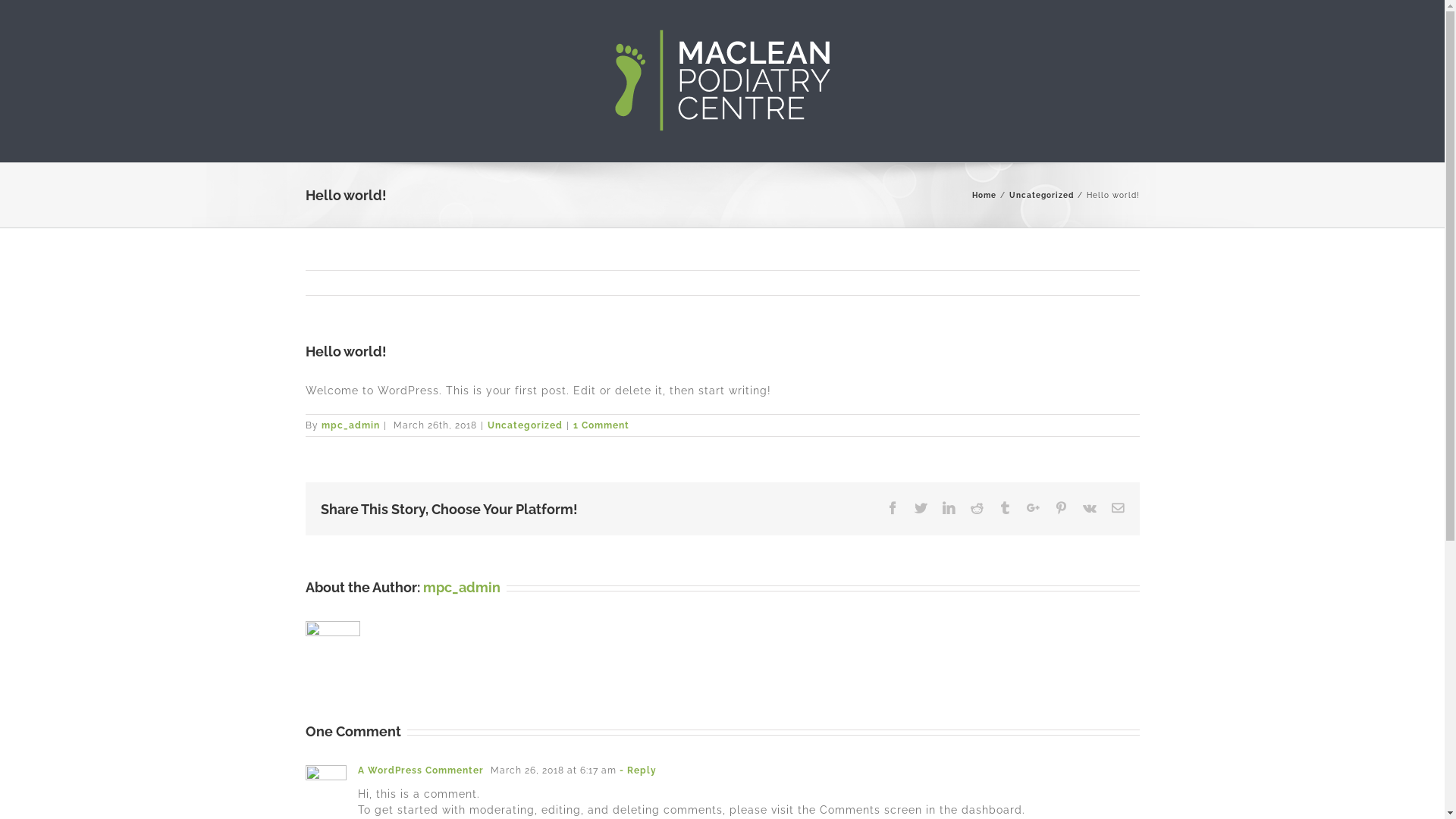 The height and width of the screenshot is (819, 1456). Describe the element at coordinates (600, 425) in the screenshot. I see `'1 Comment'` at that location.